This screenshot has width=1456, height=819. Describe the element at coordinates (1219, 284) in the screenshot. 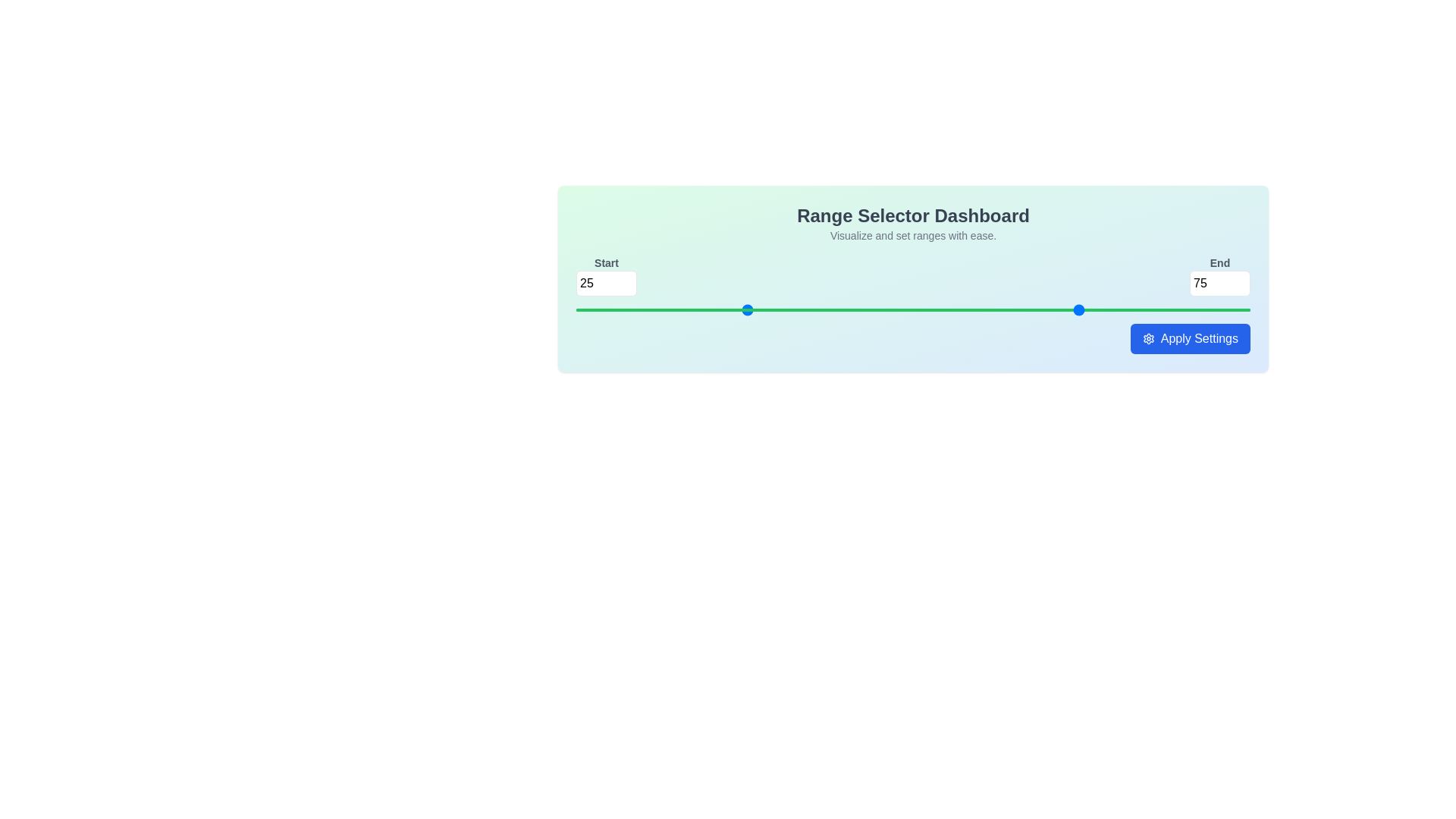

I see `the editable number input field displaying '75', located` at that location.